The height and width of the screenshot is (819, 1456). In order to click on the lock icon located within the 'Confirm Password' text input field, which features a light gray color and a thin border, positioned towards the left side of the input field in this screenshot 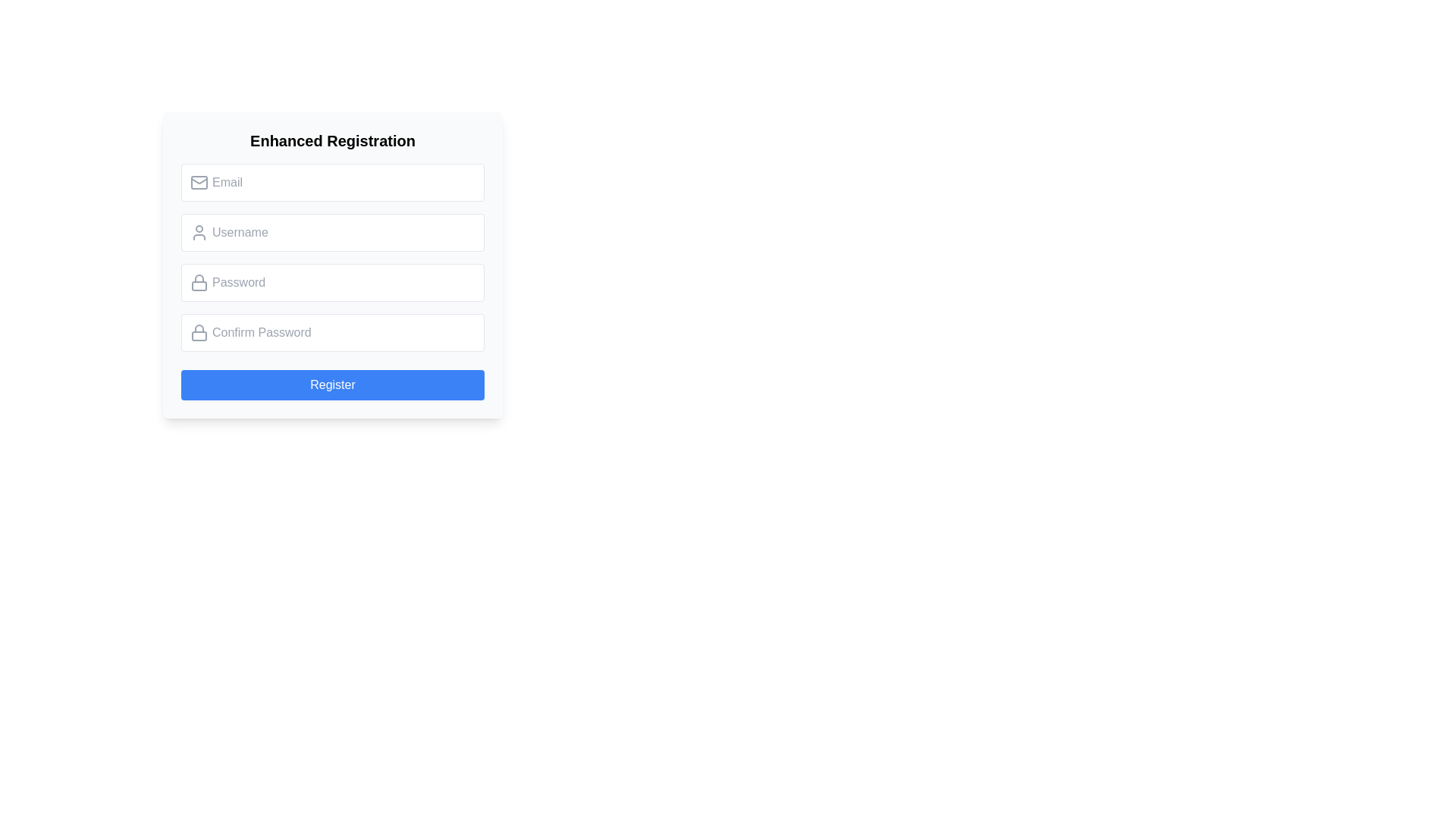, I will do `click(199, 332)`.